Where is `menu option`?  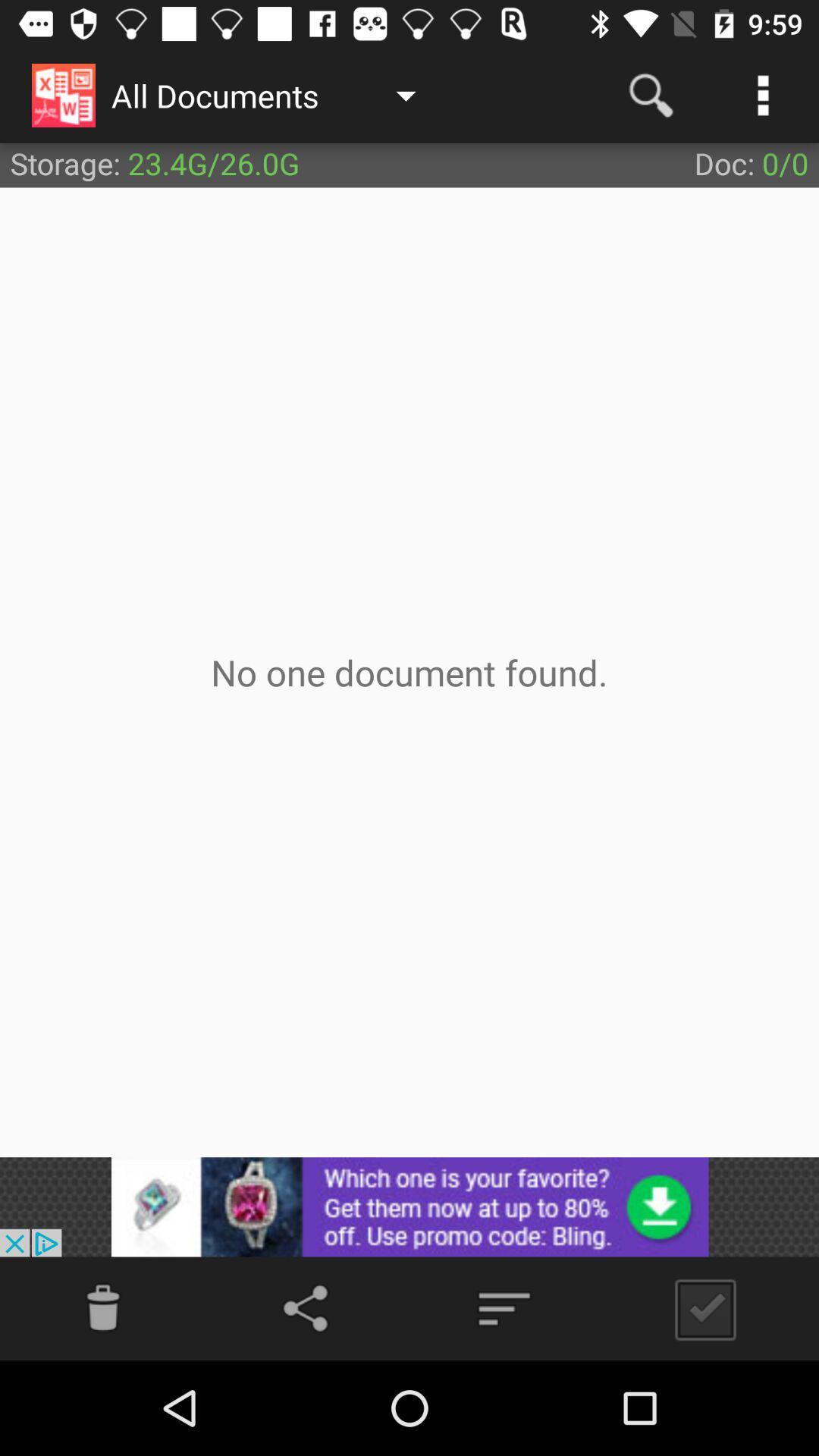 menu option is located at coordinates (504, 1307).